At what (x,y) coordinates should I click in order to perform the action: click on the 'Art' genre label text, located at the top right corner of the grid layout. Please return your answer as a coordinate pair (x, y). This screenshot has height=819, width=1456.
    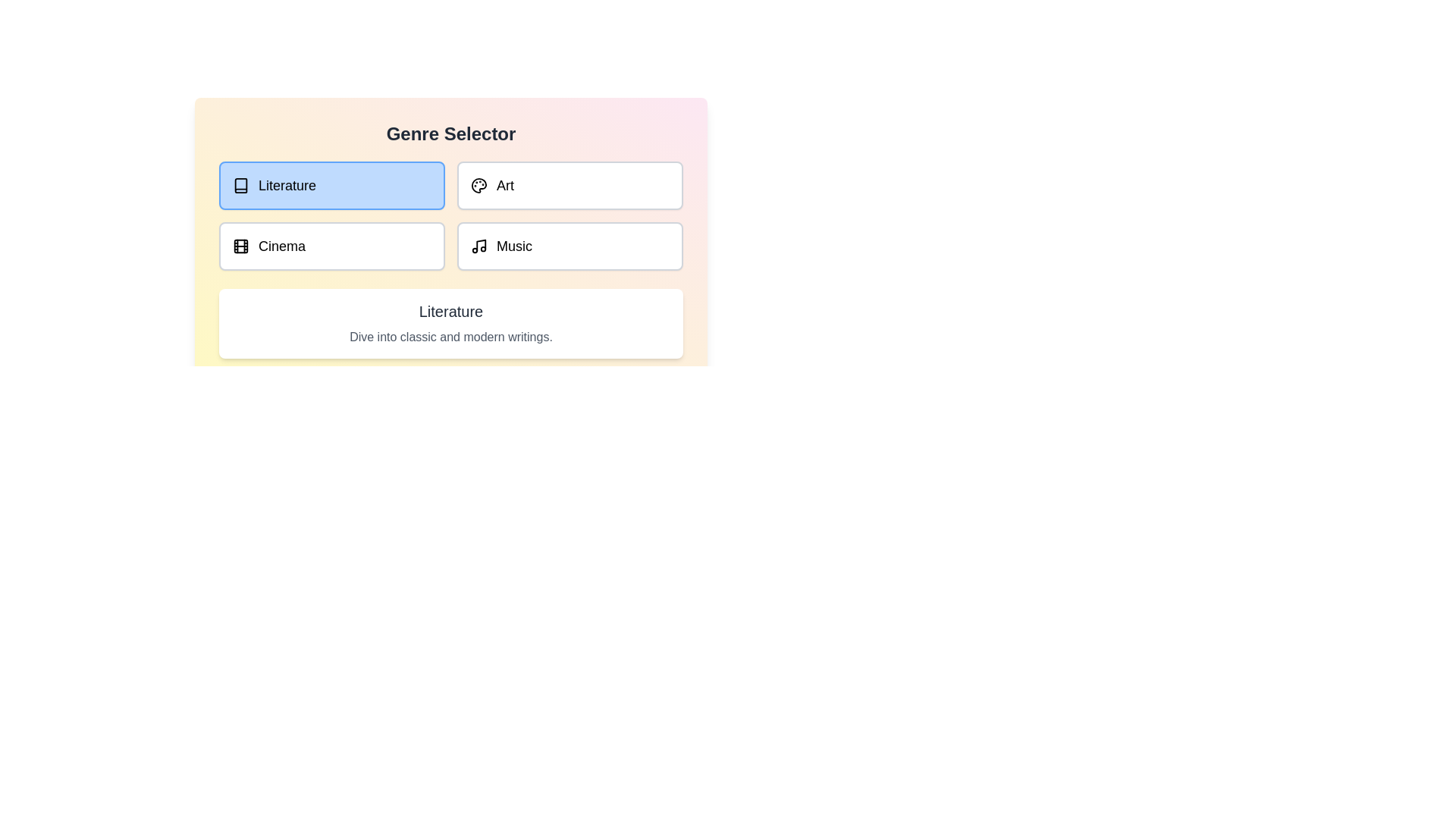
    Looking at the image, I should click on (505, 185).